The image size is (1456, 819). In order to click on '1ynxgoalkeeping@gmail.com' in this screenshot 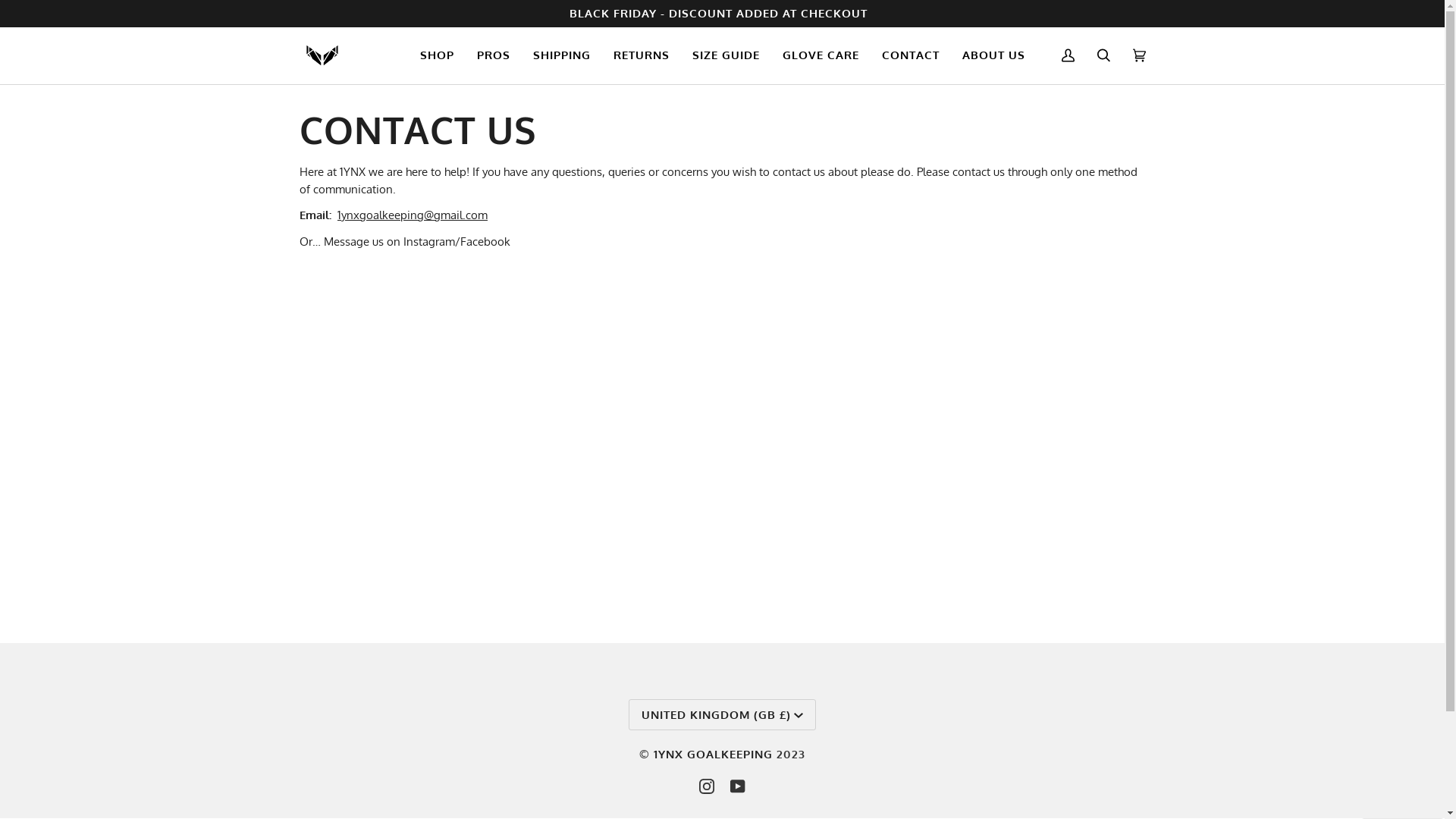, I will do `click(336, 215)`.